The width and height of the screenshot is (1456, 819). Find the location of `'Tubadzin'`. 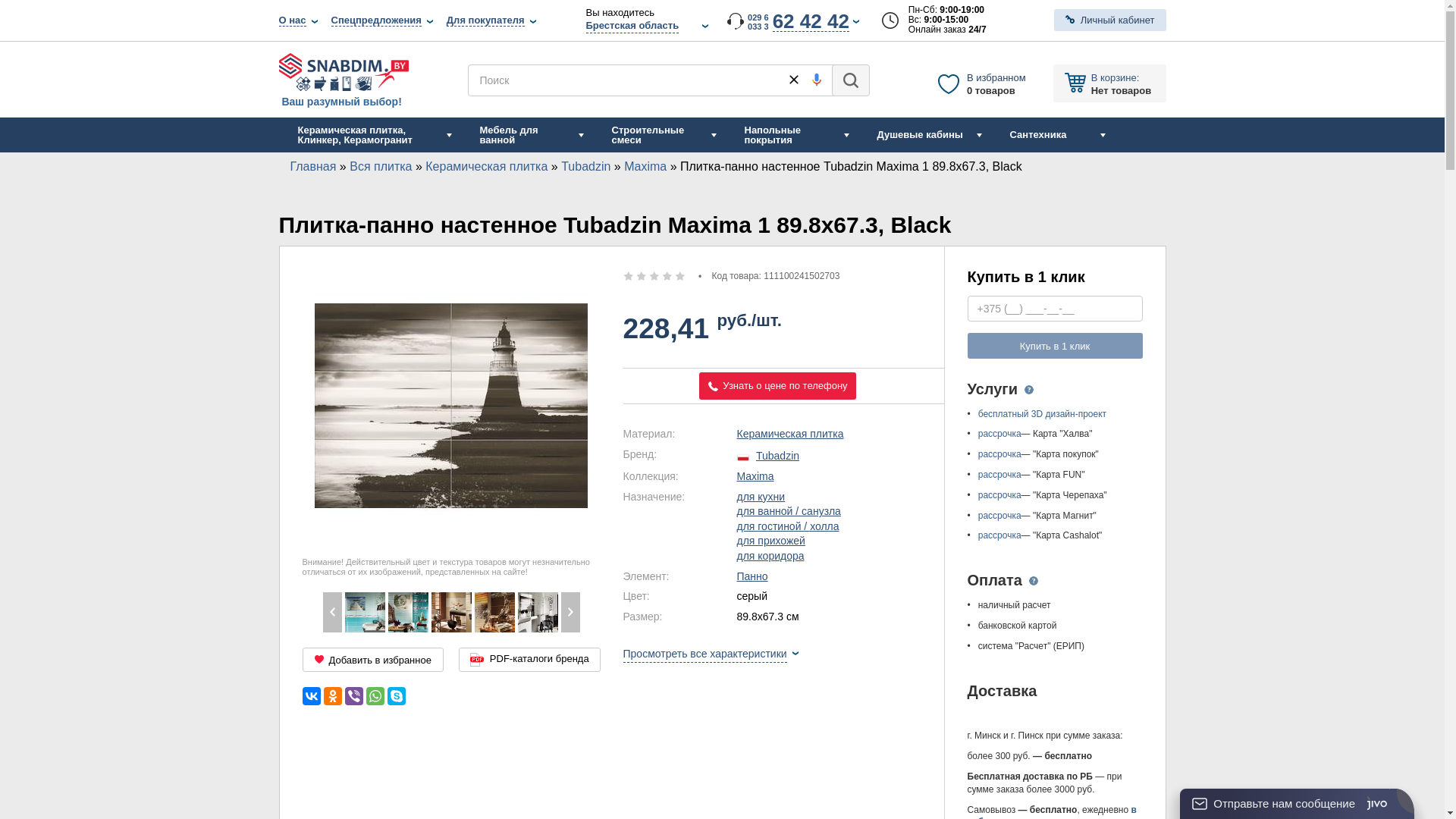

'Tubadzin' is located at coordinates (777, 455).